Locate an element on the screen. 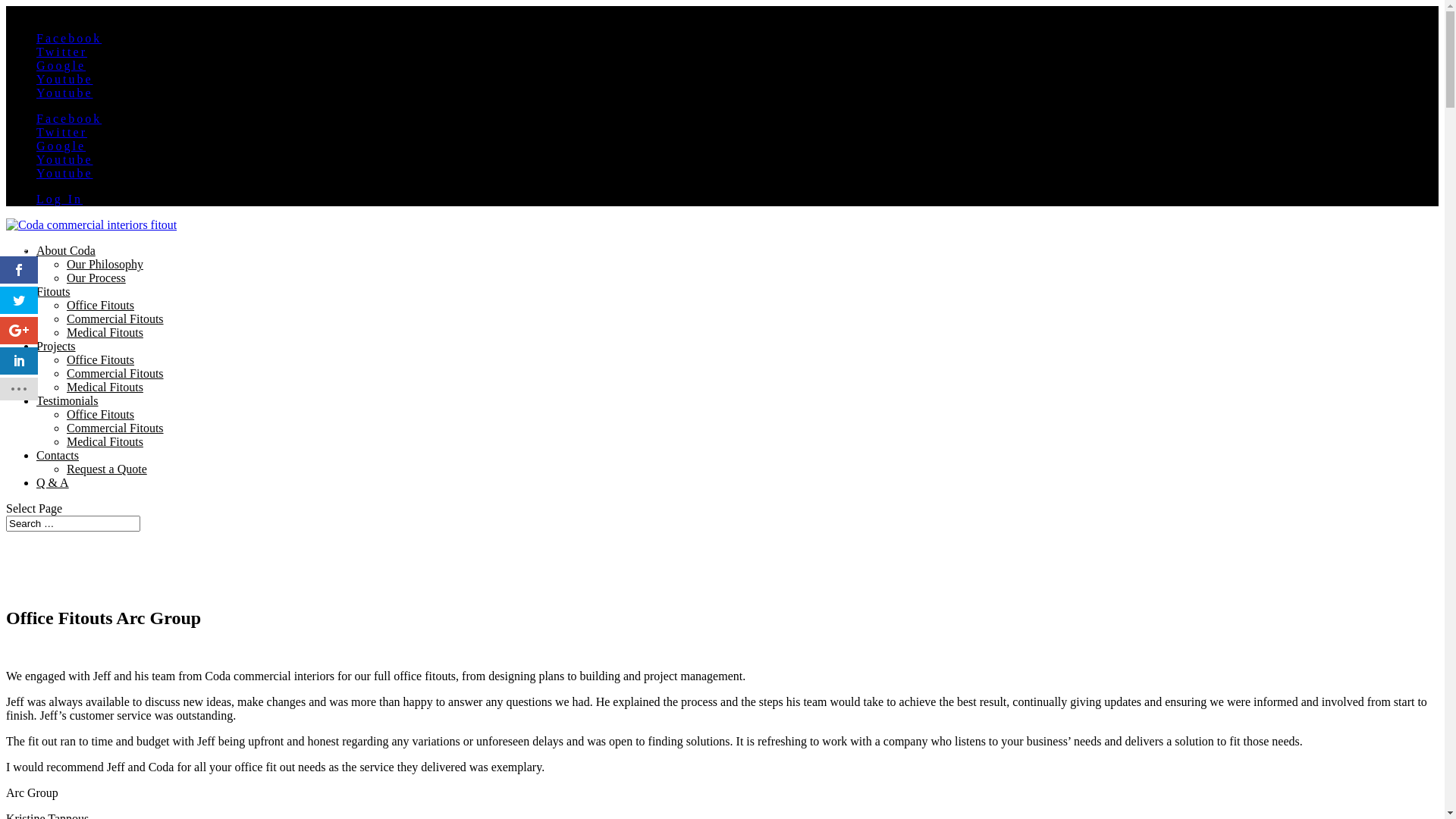 This screenshot has width=1456, height=819. 'Youtube' is located at coordinates (64, 172).